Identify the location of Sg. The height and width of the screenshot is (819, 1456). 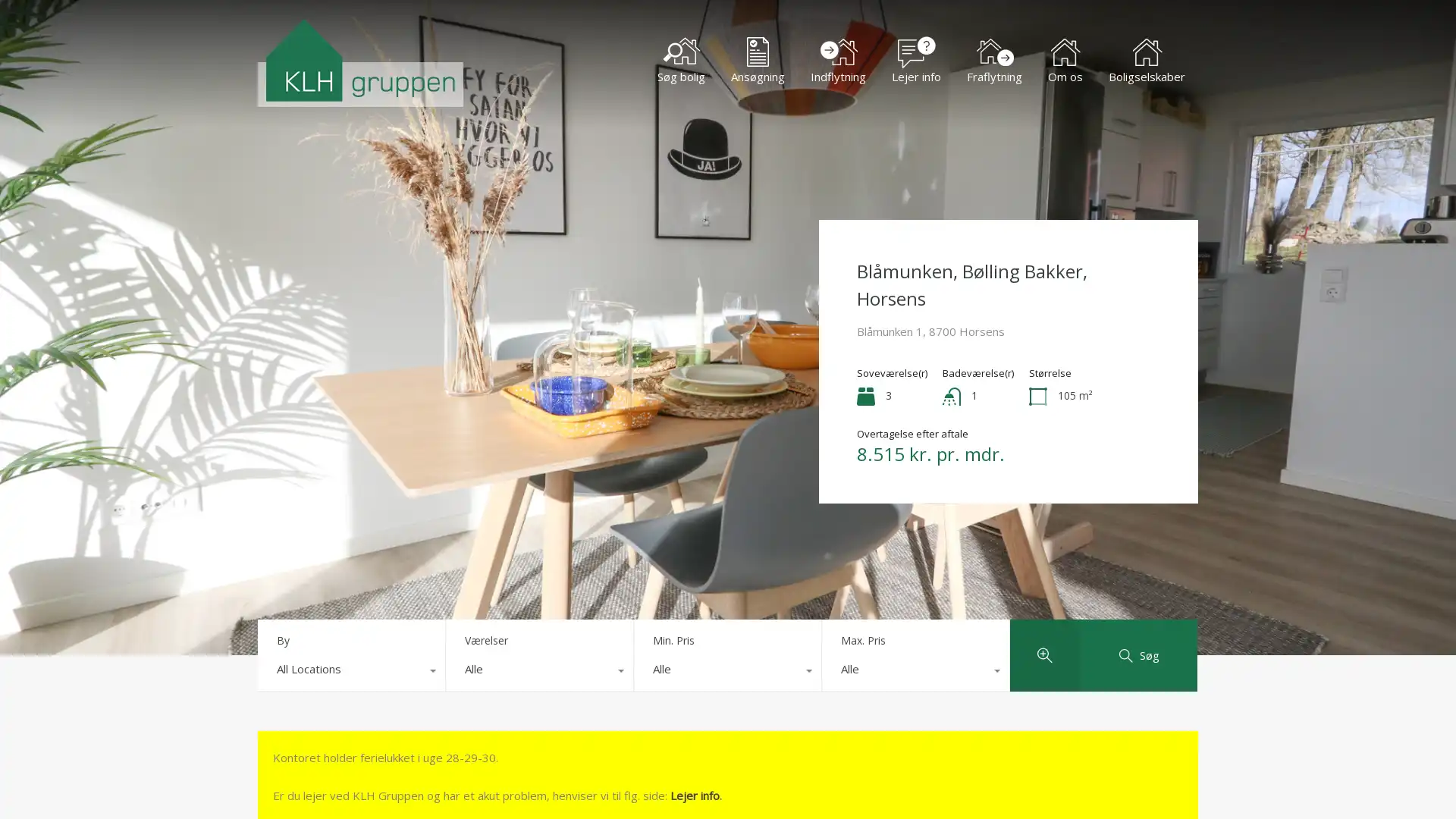
(1138, 654).